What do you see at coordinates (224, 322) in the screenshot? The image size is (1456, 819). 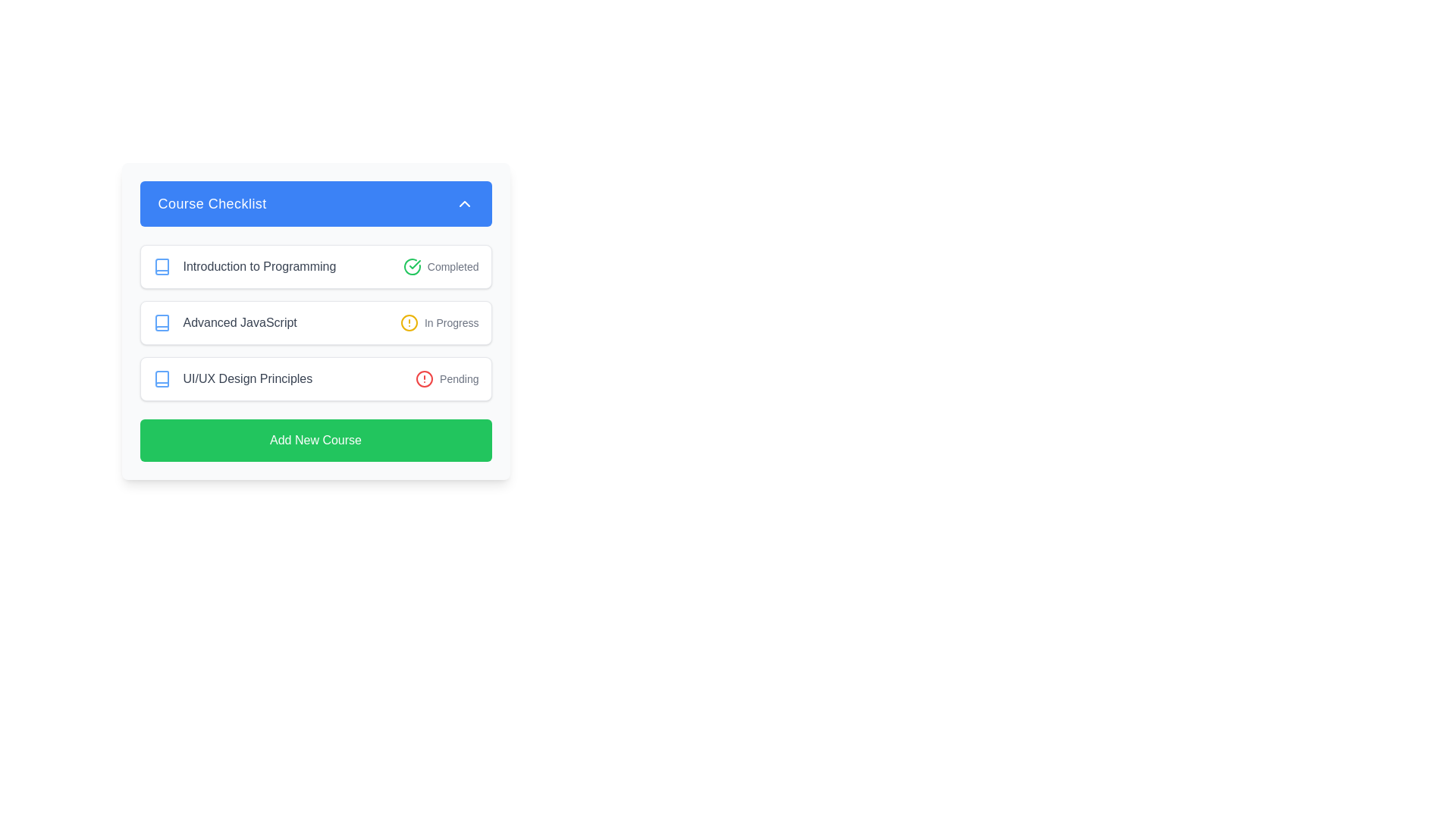 I see `text of the 'Advanced JavaScript' checklist entry title, which is the second item in the vertical checklist` at bounding box center [224, 322].